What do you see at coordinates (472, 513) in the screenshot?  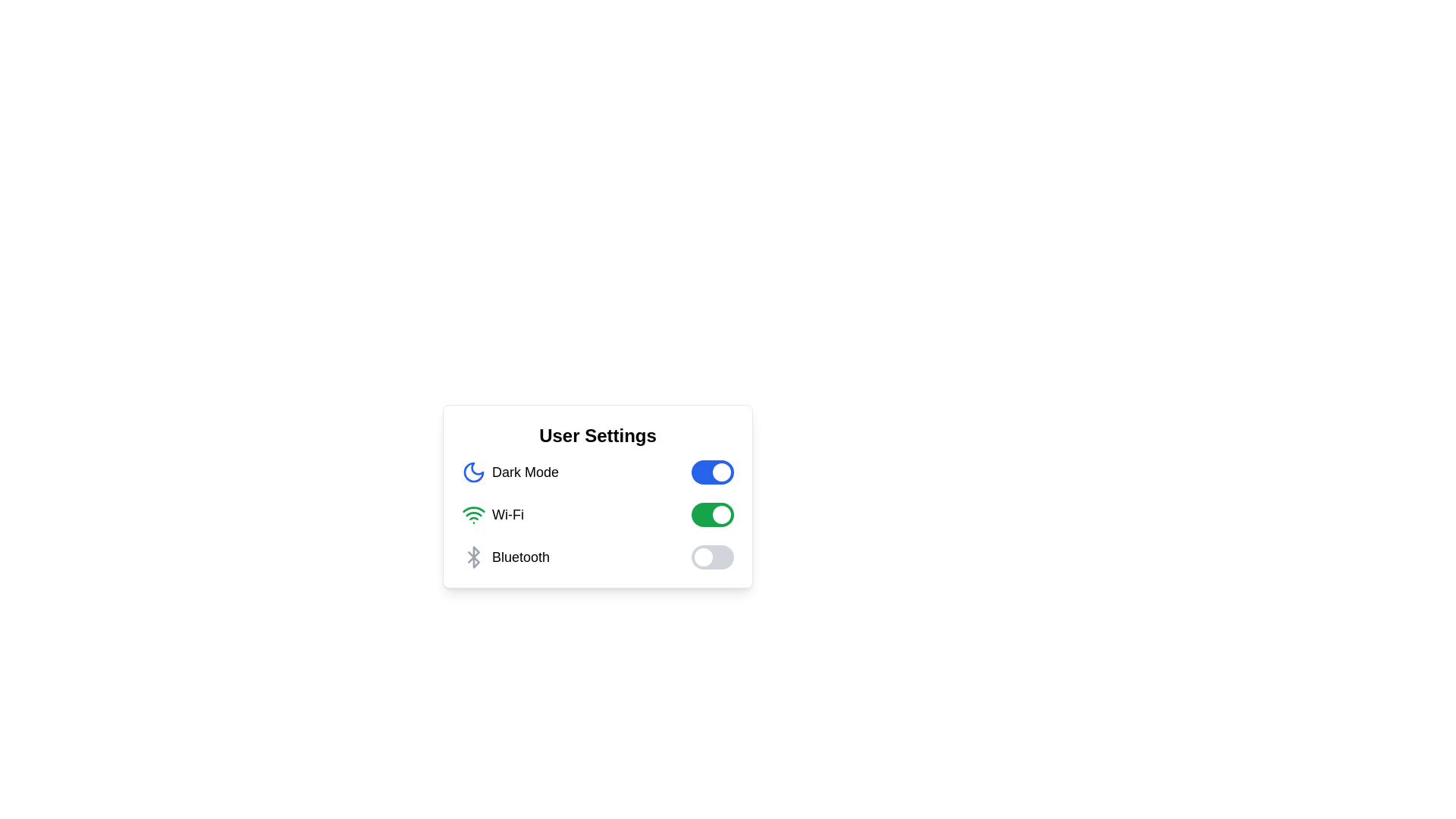 I see `the Wi-Fi signal icon, which is styled in green and located to the left of the 'Wi-Fi' text in the settings section` at bounding box center [472, 513].